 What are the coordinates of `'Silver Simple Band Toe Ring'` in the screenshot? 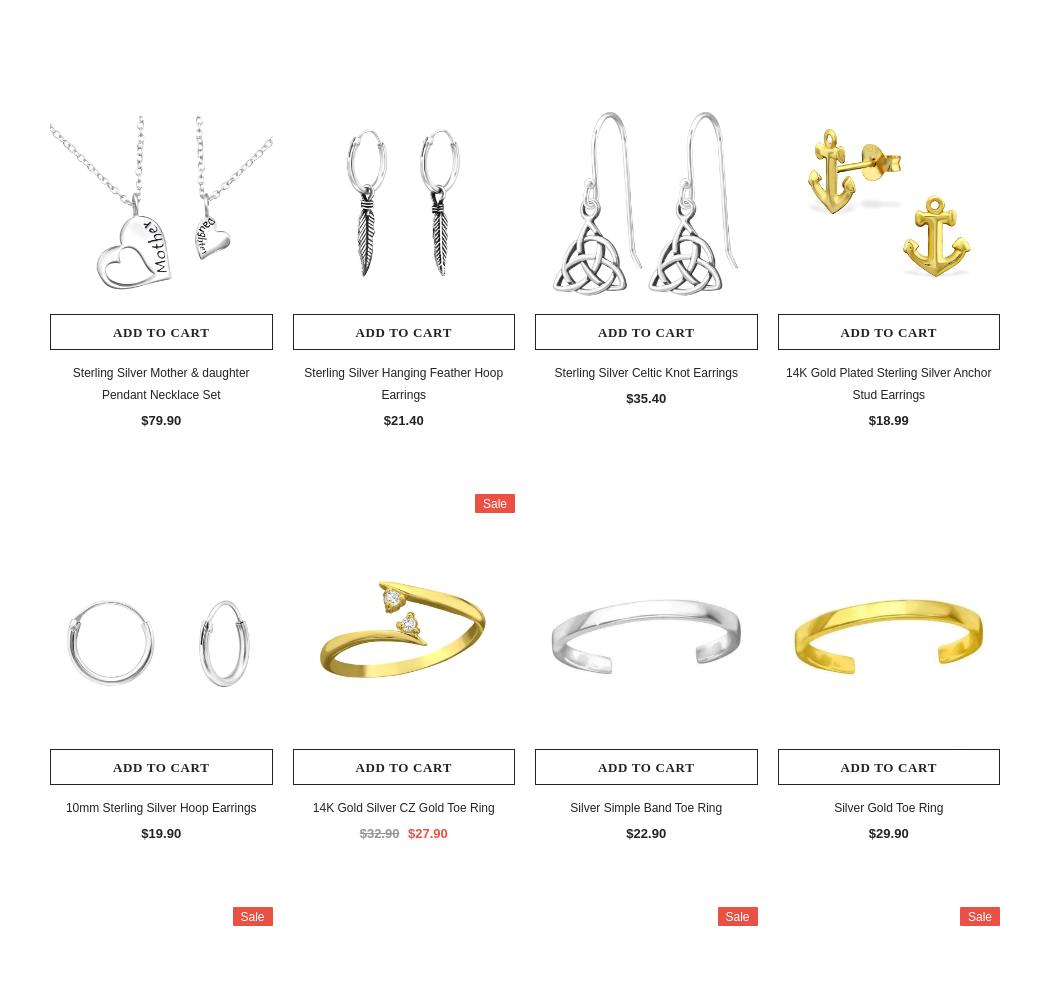 It's located at (569, 805).